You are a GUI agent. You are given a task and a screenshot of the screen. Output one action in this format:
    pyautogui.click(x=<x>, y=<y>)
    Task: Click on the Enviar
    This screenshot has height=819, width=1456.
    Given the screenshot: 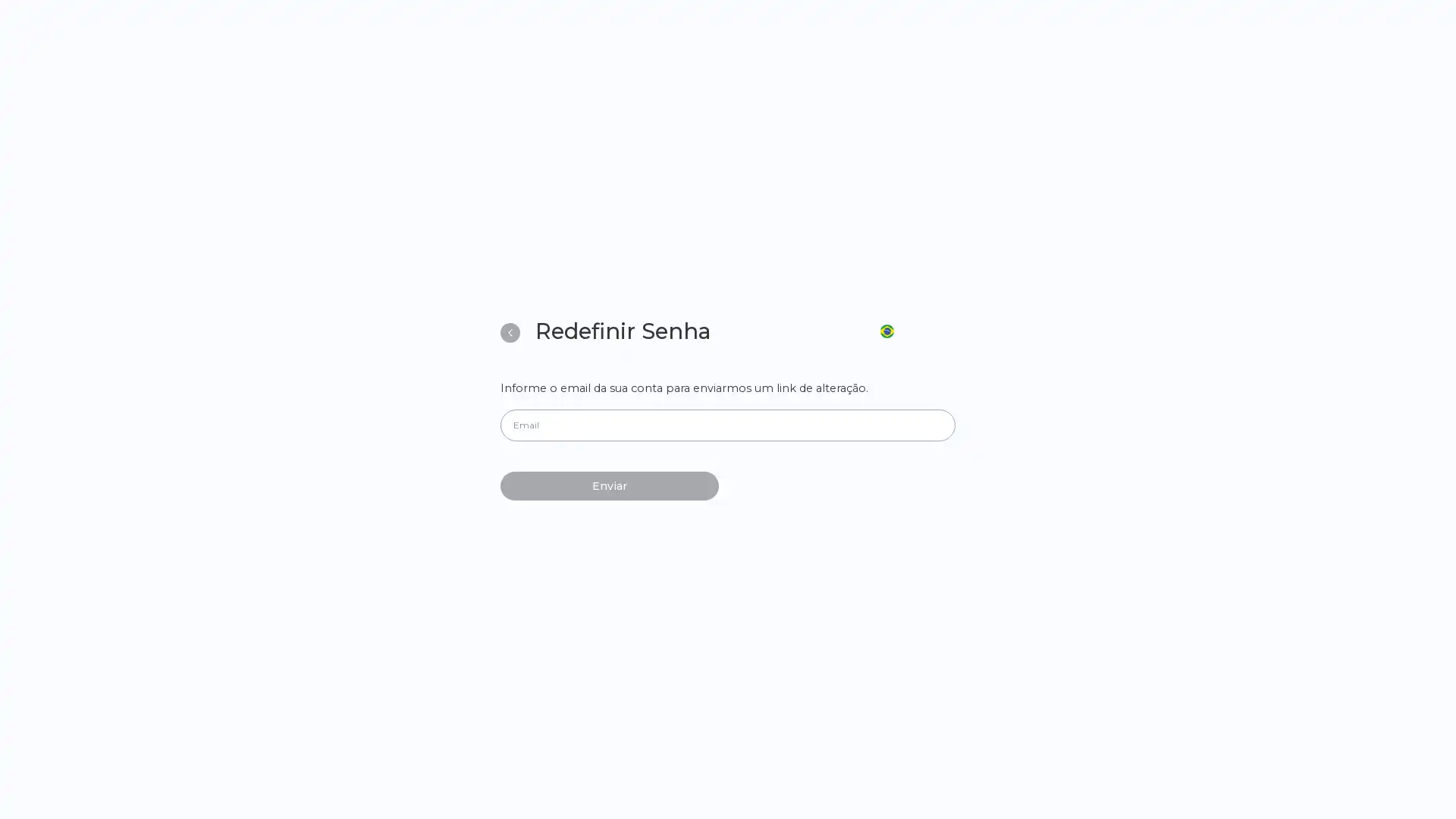 What is the action you would take?
    pyautogui.click(x=610, y=485)
    